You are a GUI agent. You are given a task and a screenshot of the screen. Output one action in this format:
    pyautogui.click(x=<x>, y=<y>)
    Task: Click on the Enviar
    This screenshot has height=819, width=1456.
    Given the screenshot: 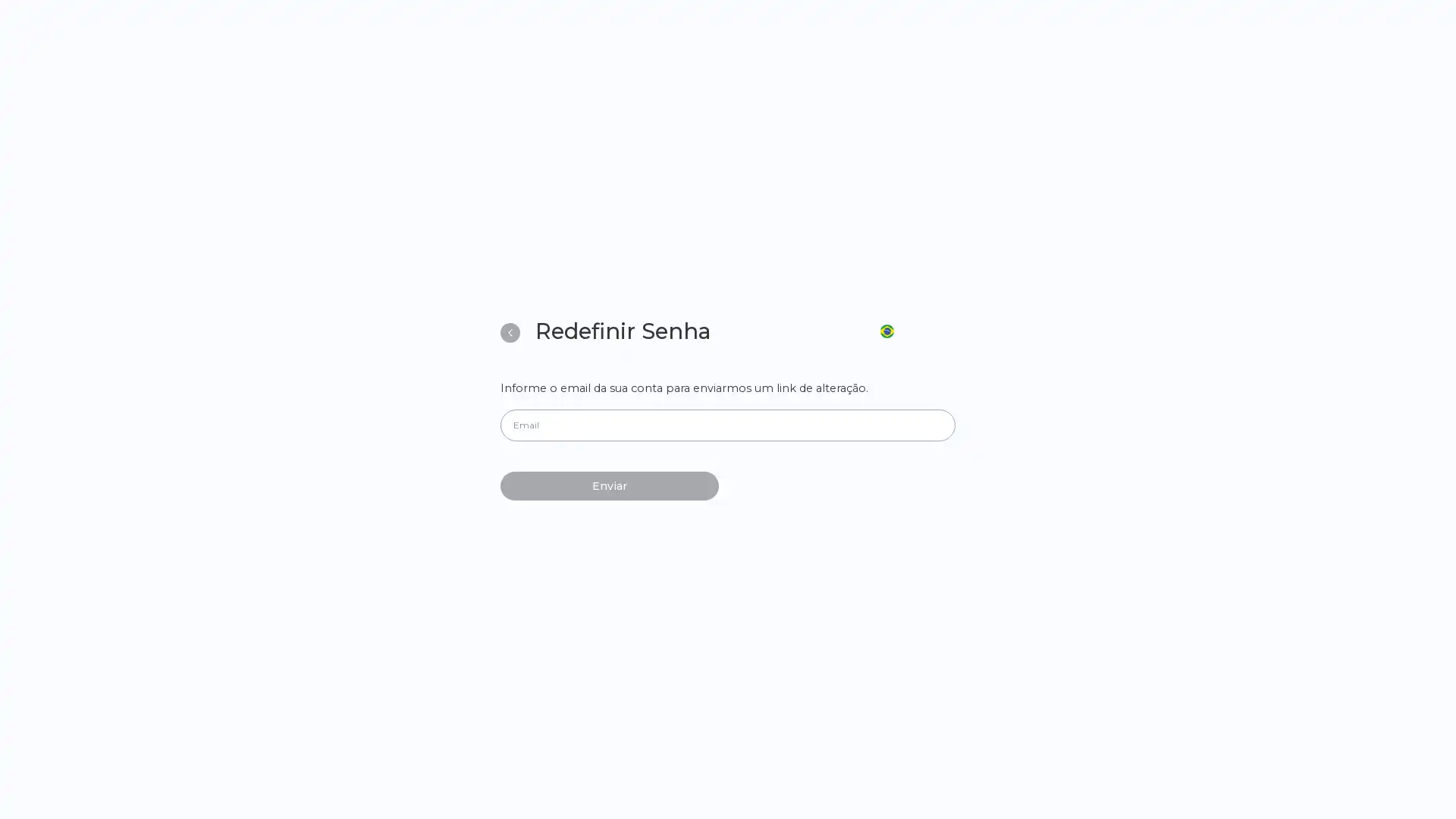 What is the action you would take?
    pyautogui.click(x=610, y=485)
    